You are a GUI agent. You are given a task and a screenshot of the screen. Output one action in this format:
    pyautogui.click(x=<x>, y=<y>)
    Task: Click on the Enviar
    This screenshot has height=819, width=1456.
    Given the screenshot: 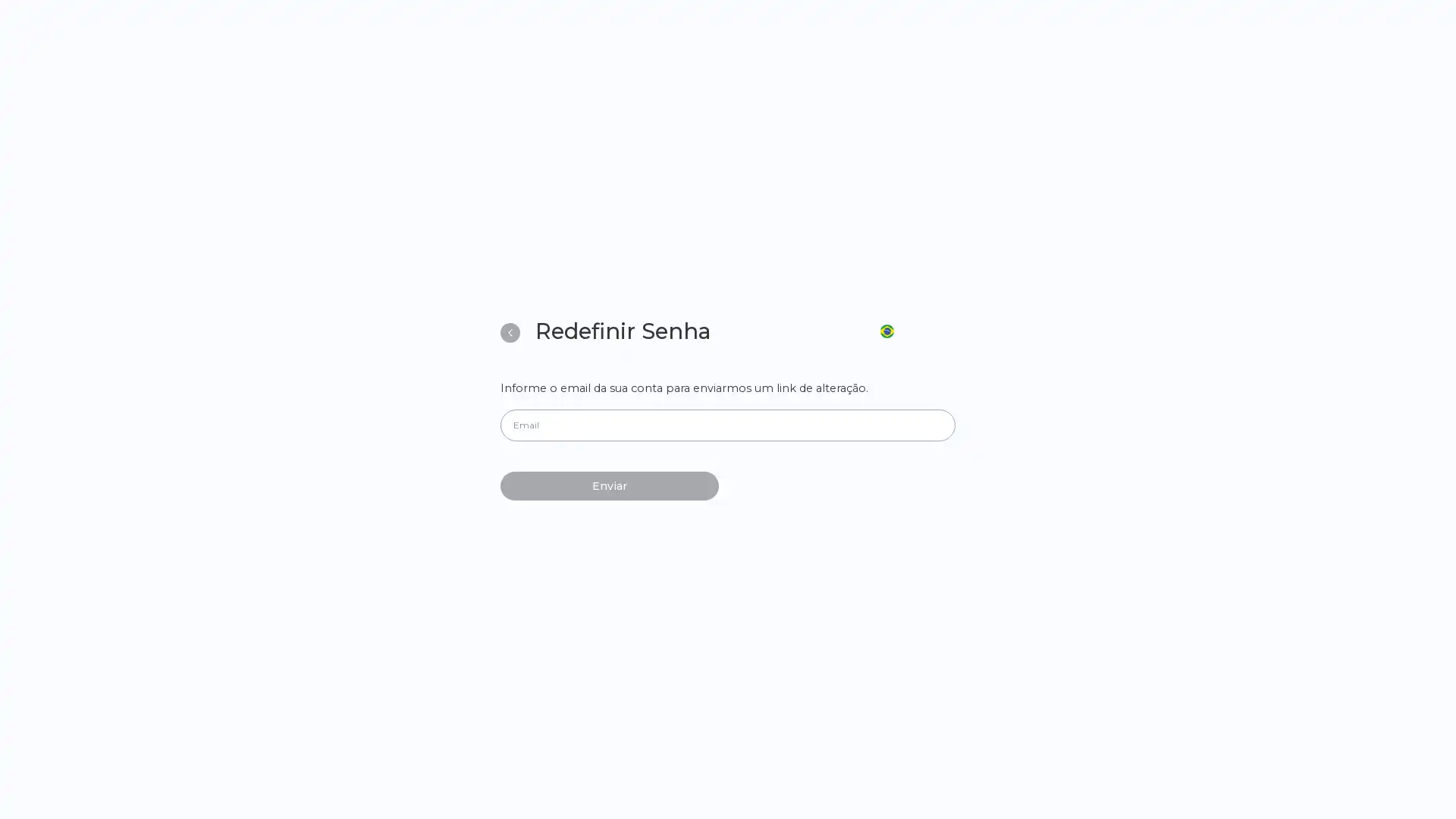 What is the action you would take?
    pyautogui.click(x=610, y=485)
    